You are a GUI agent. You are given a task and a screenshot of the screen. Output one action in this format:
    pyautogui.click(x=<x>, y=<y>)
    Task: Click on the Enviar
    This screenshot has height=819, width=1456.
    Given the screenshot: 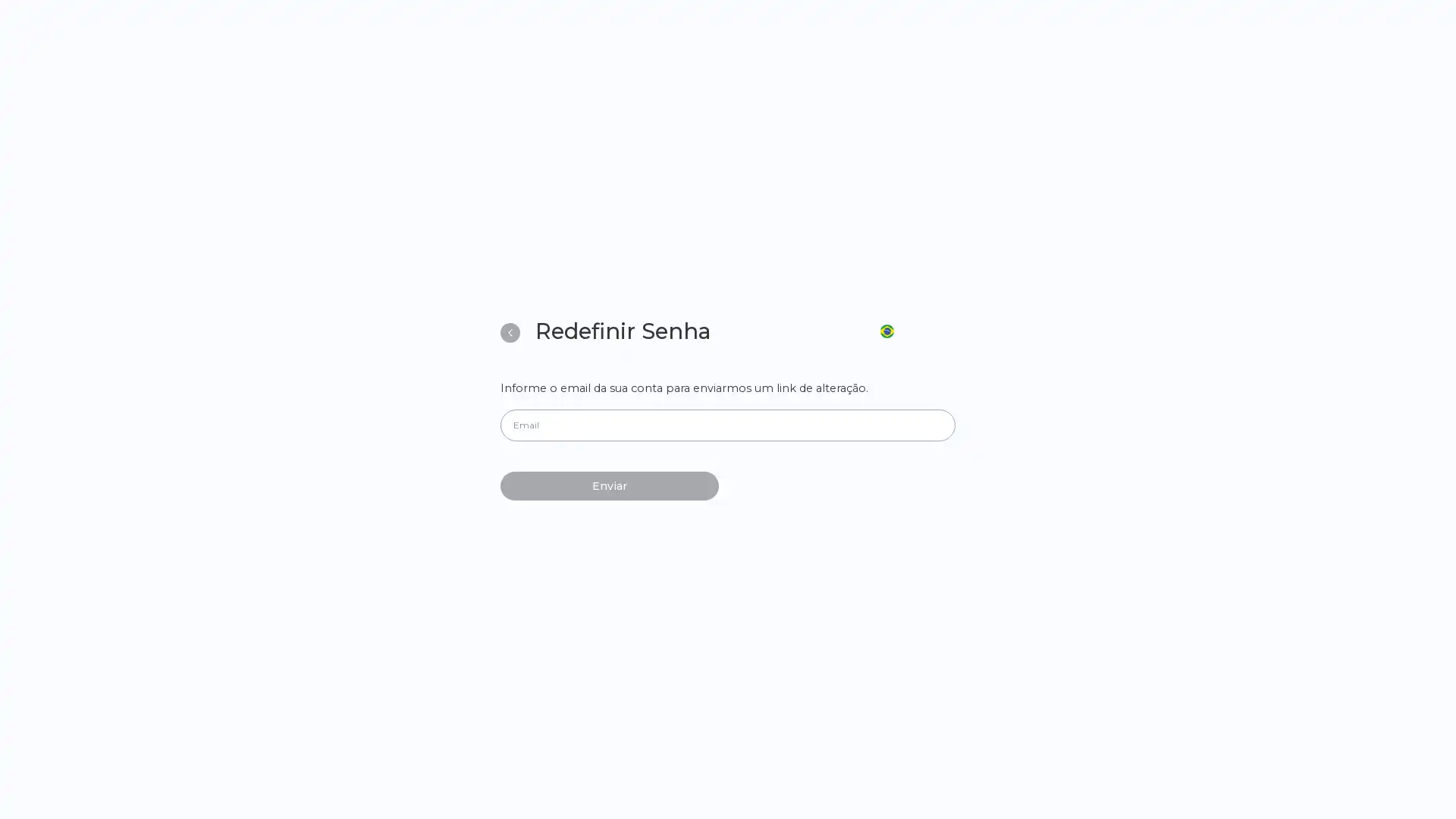 What is the action you would take?
    pyautogui.click(x=610, y=485)
    